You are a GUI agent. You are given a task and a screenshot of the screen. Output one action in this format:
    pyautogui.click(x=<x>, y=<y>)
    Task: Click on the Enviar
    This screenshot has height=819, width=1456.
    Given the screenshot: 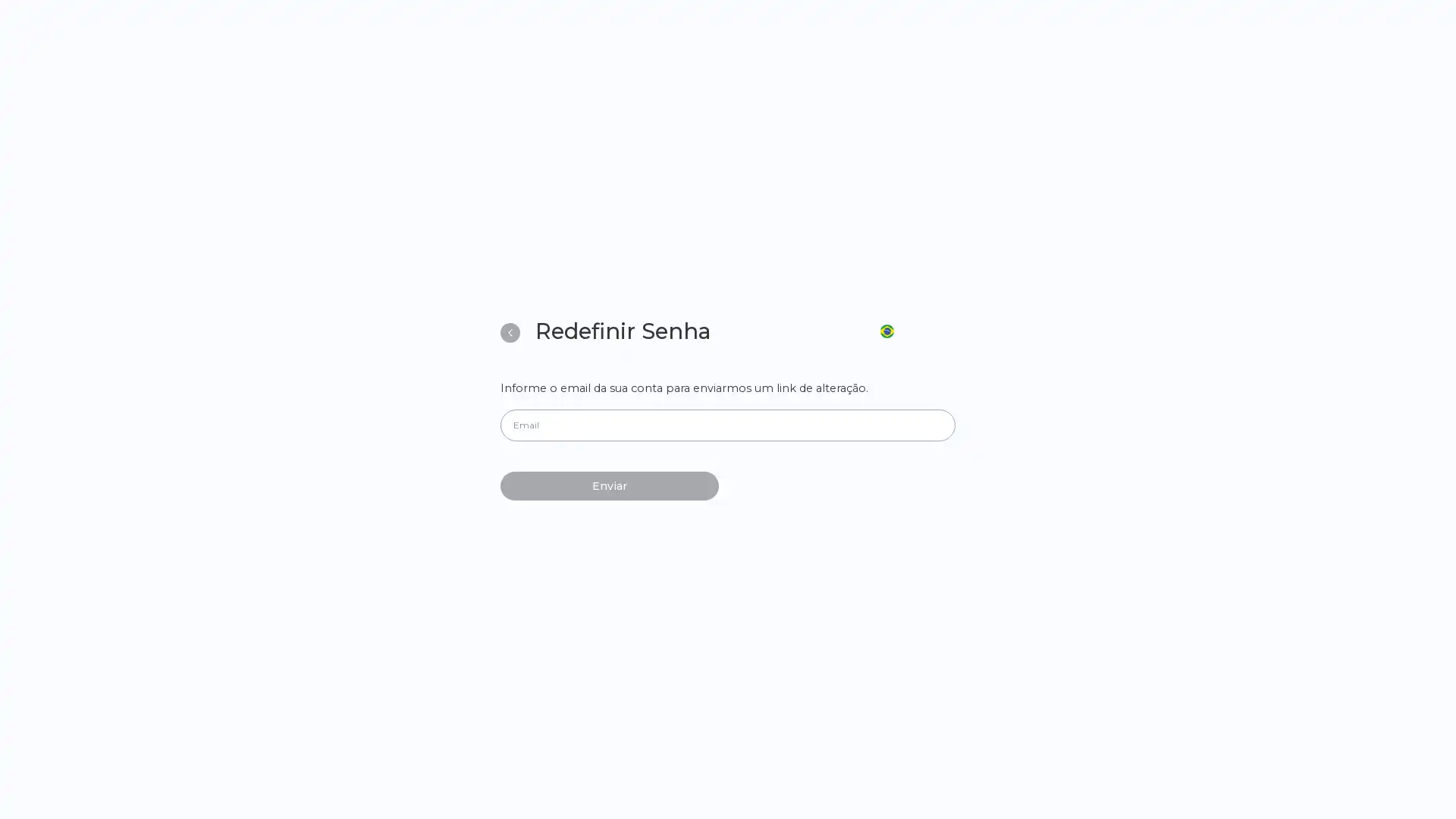 What is the action you would take?
    pyautogui.click(x=610, y=485)
    